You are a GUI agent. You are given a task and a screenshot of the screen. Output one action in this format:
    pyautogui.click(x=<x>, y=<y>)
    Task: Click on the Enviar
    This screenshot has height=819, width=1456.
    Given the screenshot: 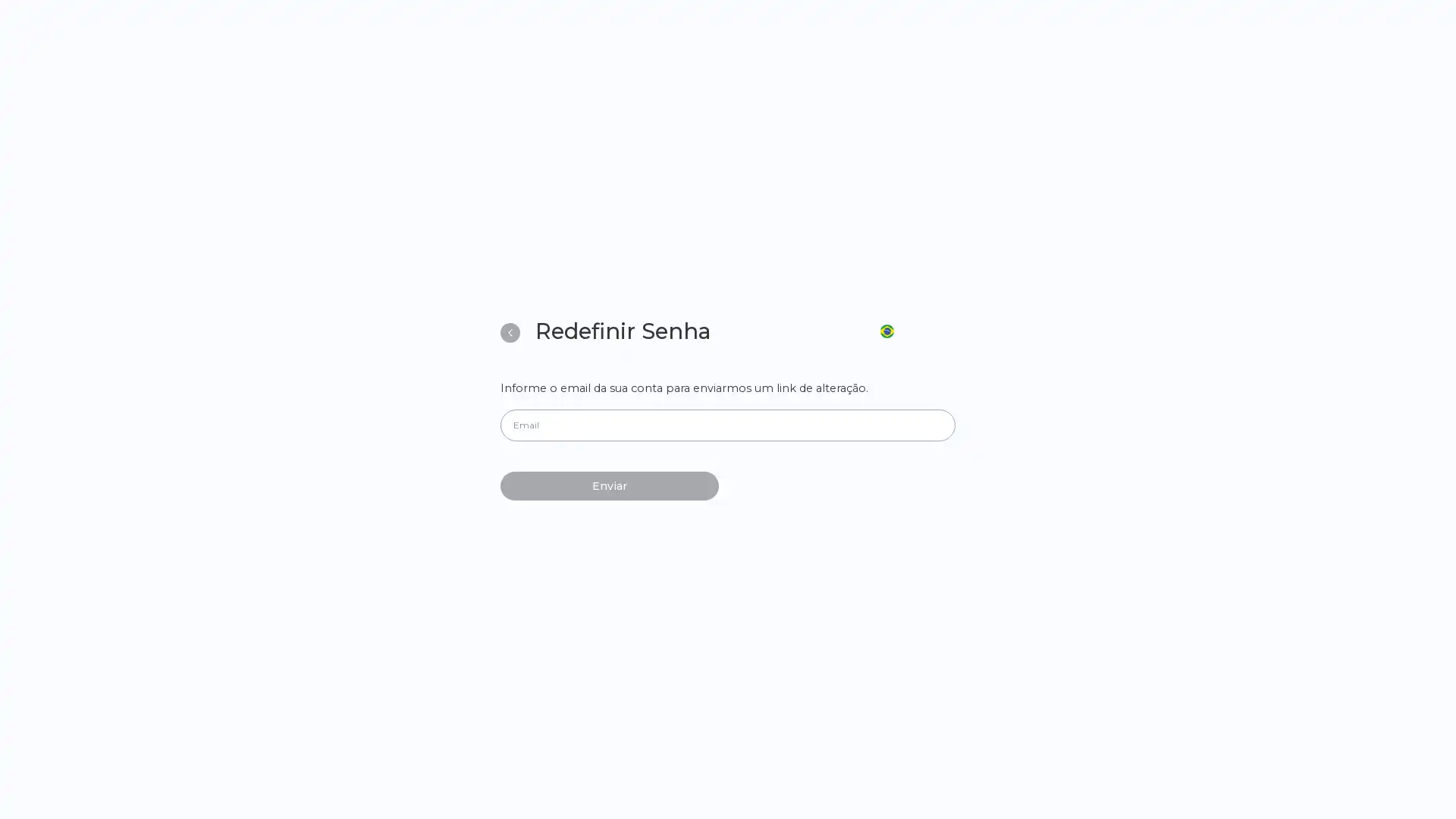 What is the action you would take?
    pyautogui.click(x=610, y=485)
    